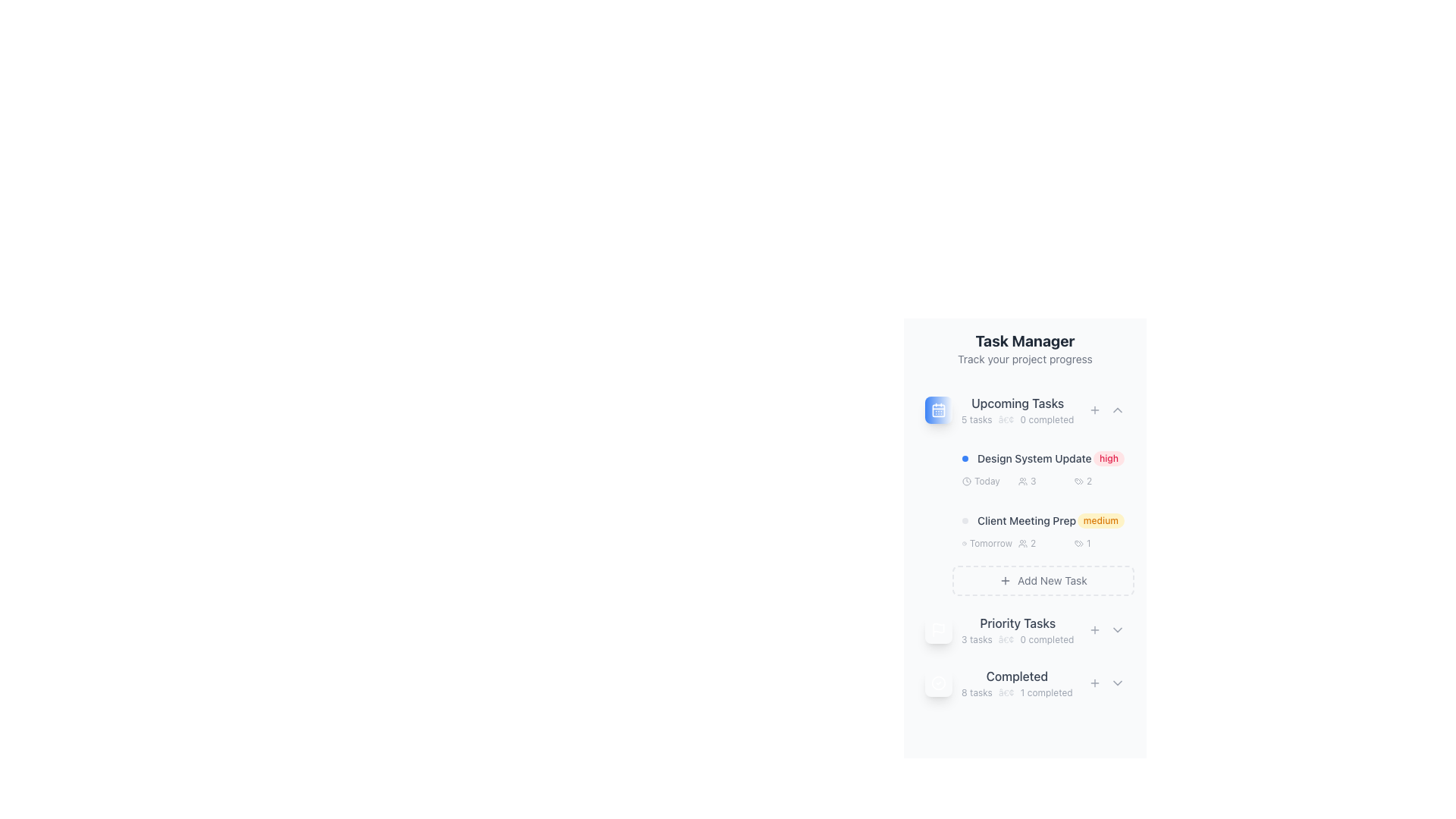 The height and width of the screenshot is (819, 1456). What do you see at coordinates (1018, 623) in the screenshot?
I see `the text label that serves as a category title for 'Priority Tasks', located above the text '3 tasks • 0 completed'` at bounding box center [1018, 623].